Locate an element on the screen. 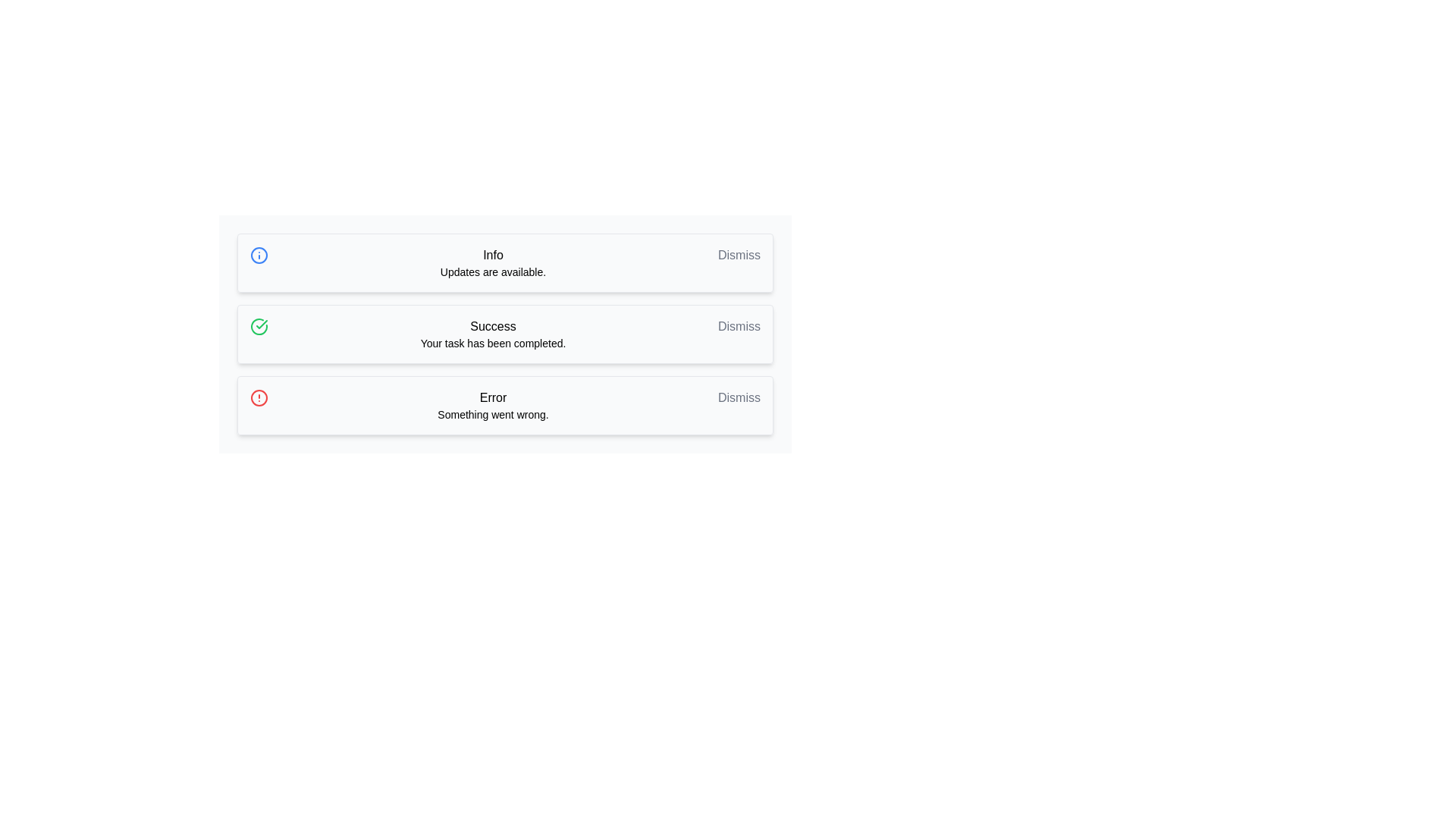 The image size is (1456, 819). the text block displaying 'Error' with the notification 'Something went wrong.' in the third notification card is located at coordinates (493, 405).